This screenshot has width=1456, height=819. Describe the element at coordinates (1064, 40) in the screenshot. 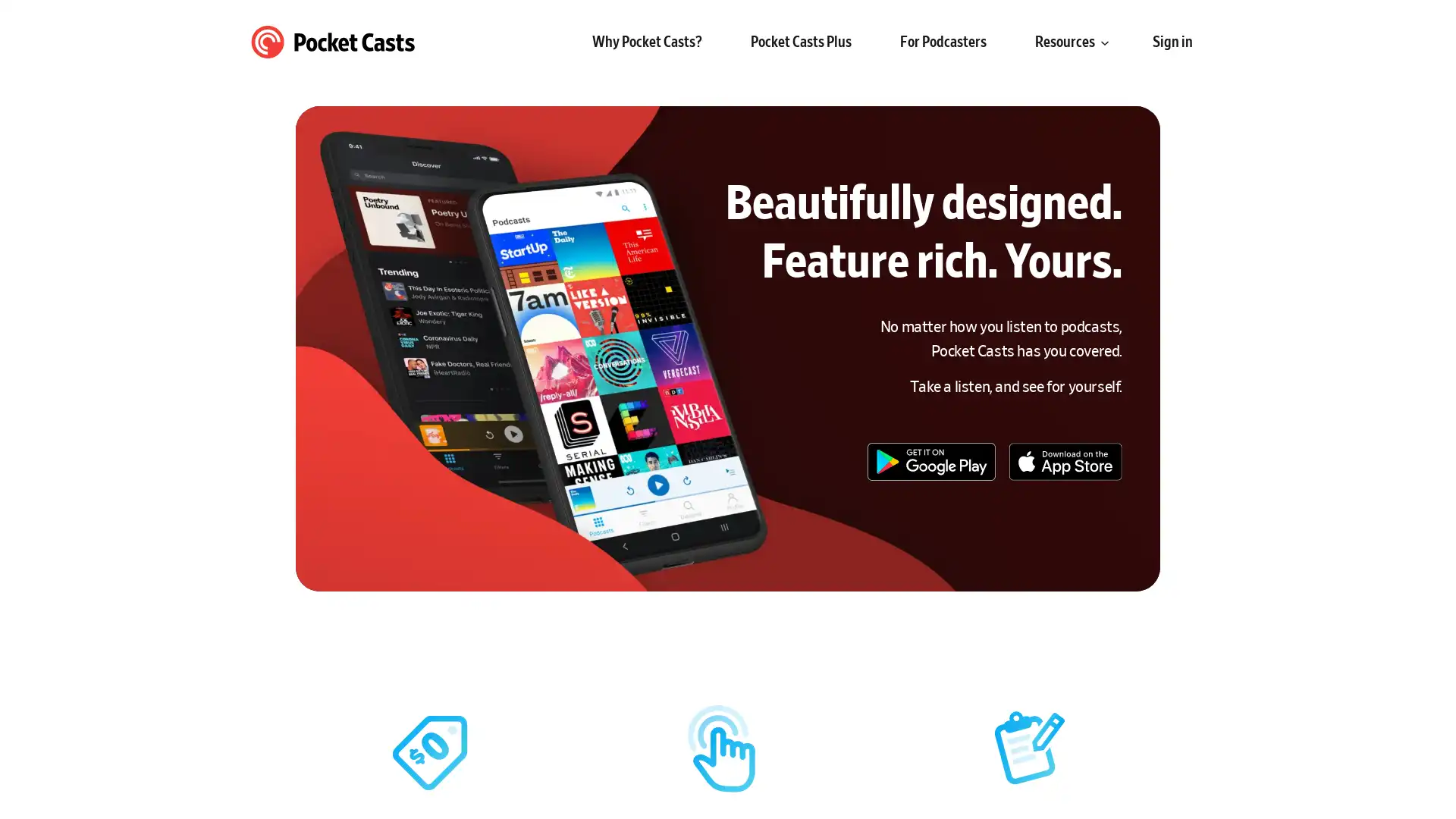

I see `Resources submenu` at that location.